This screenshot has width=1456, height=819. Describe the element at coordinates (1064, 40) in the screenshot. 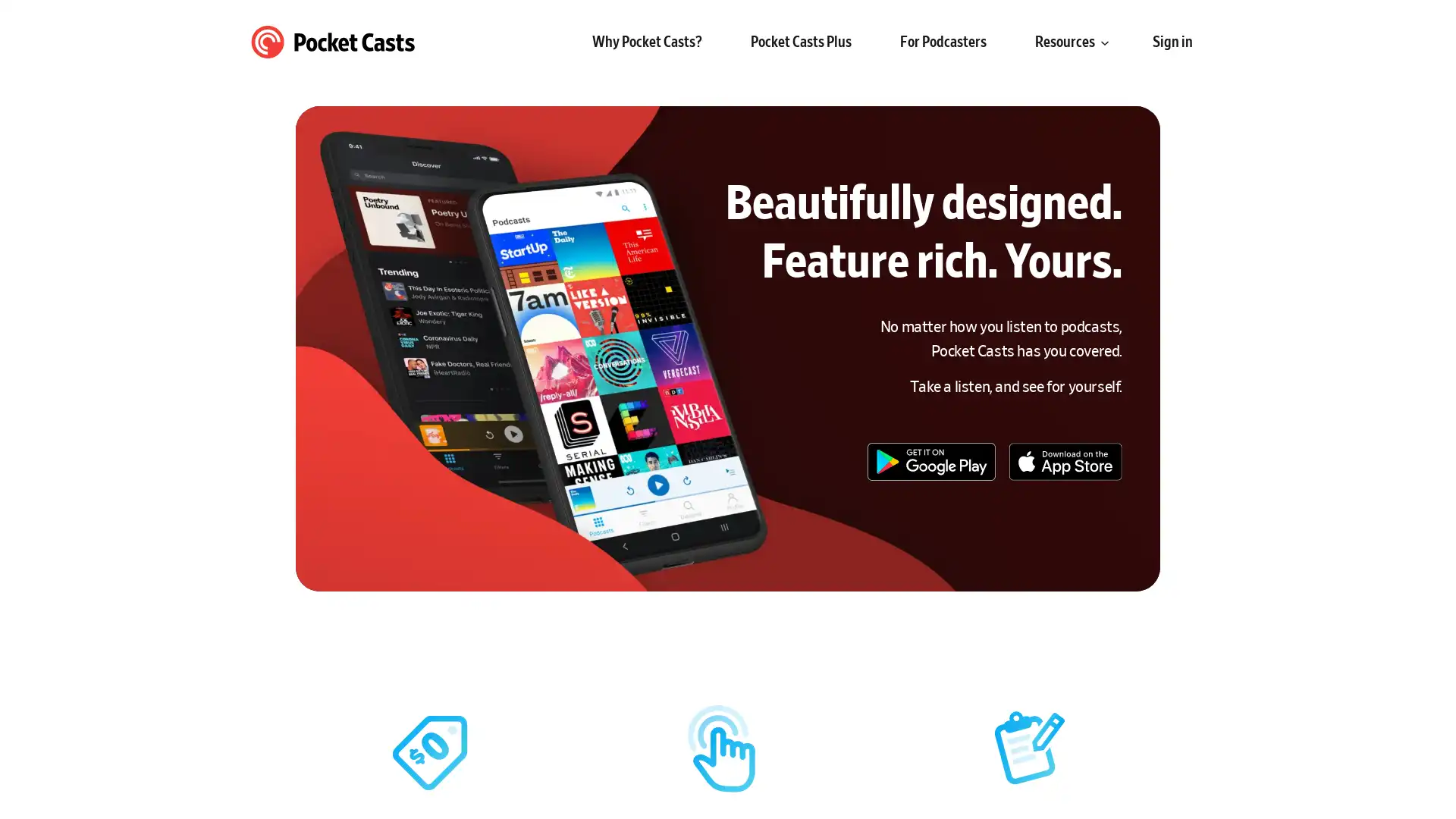

I see `Resources submenu` at that location.